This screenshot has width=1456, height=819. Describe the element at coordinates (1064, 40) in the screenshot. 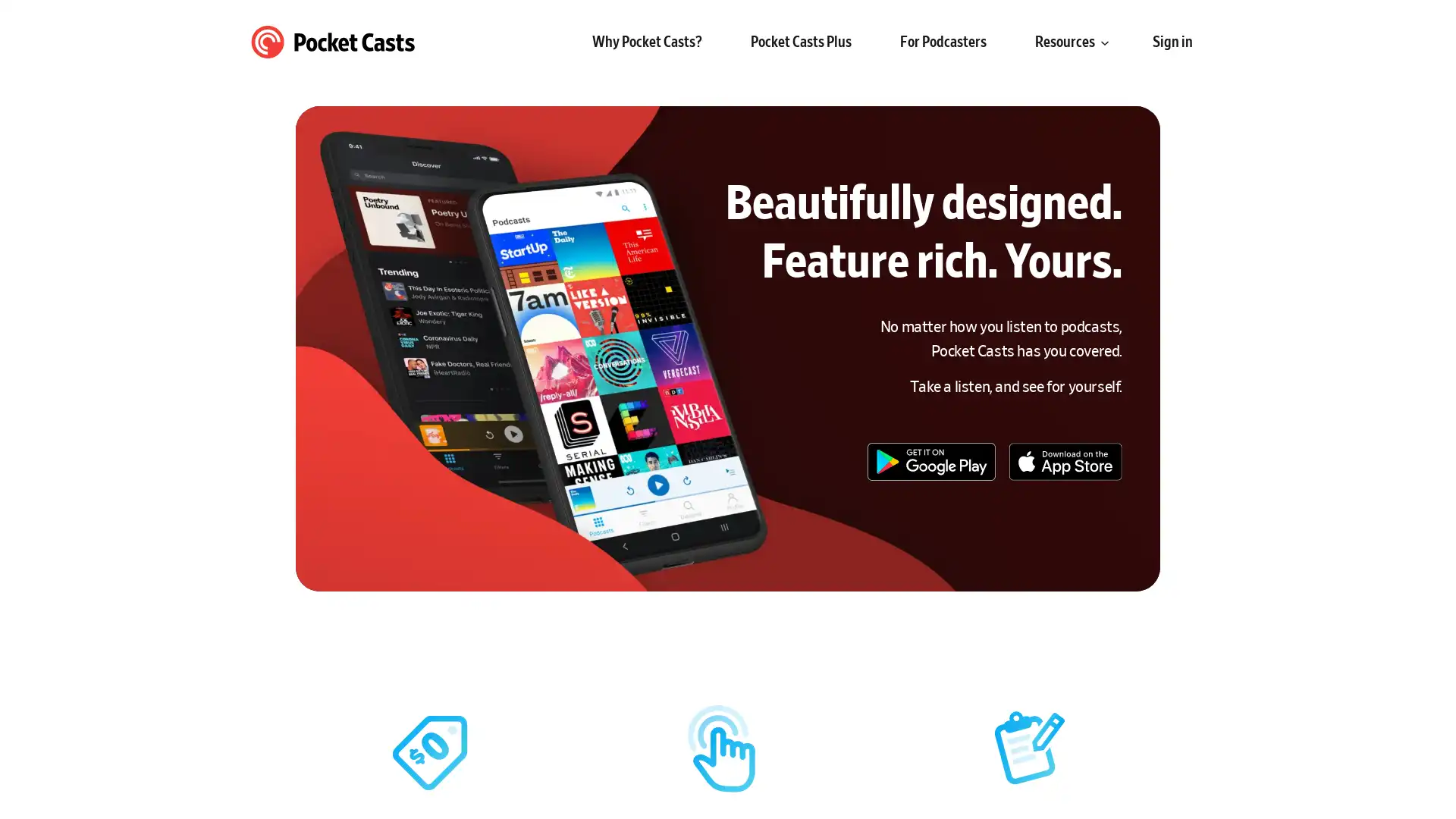

I see `Resources submenu` at that location.